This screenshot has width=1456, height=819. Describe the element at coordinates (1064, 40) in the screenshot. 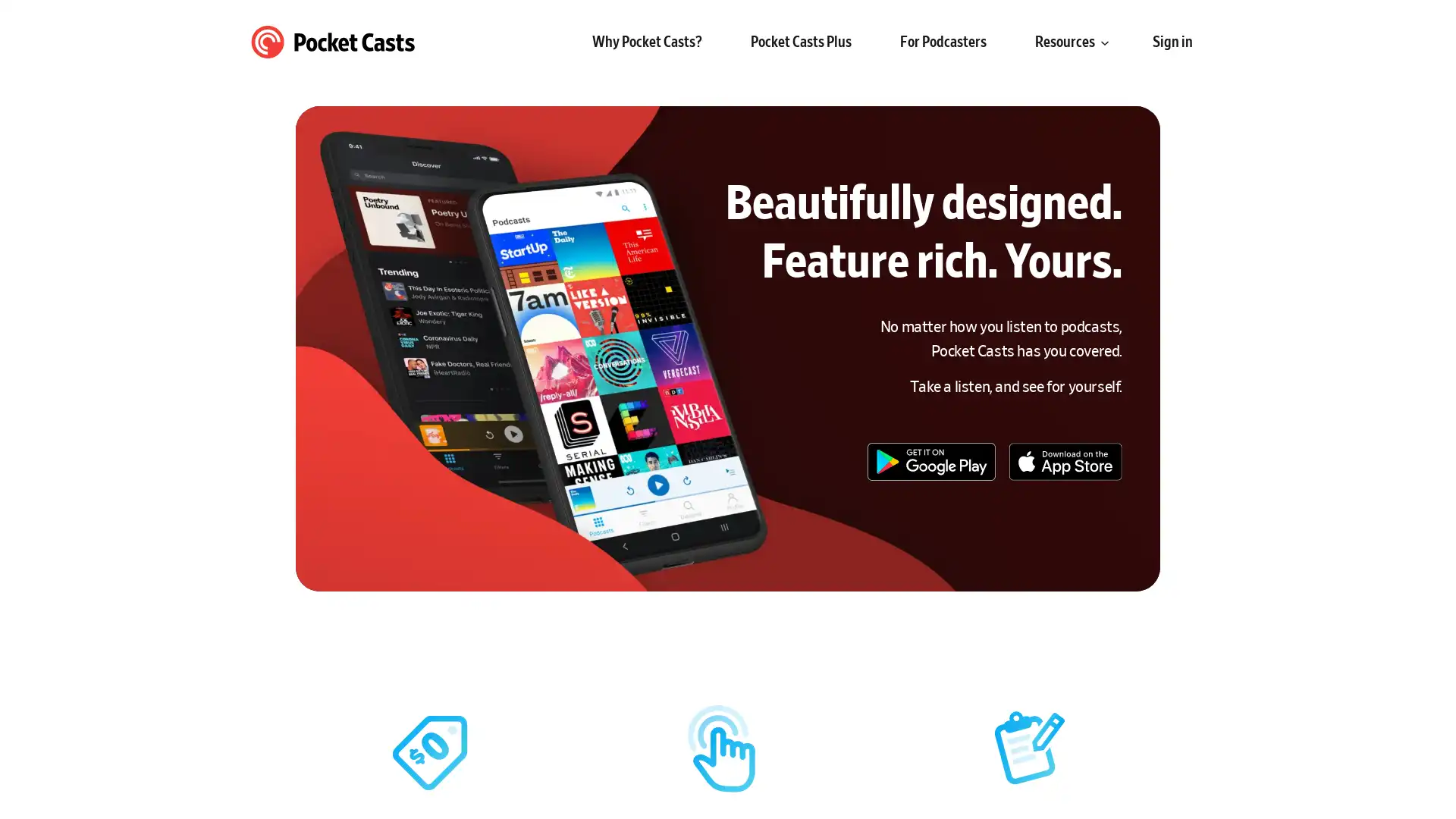

I see `Resources submenu` at that location.